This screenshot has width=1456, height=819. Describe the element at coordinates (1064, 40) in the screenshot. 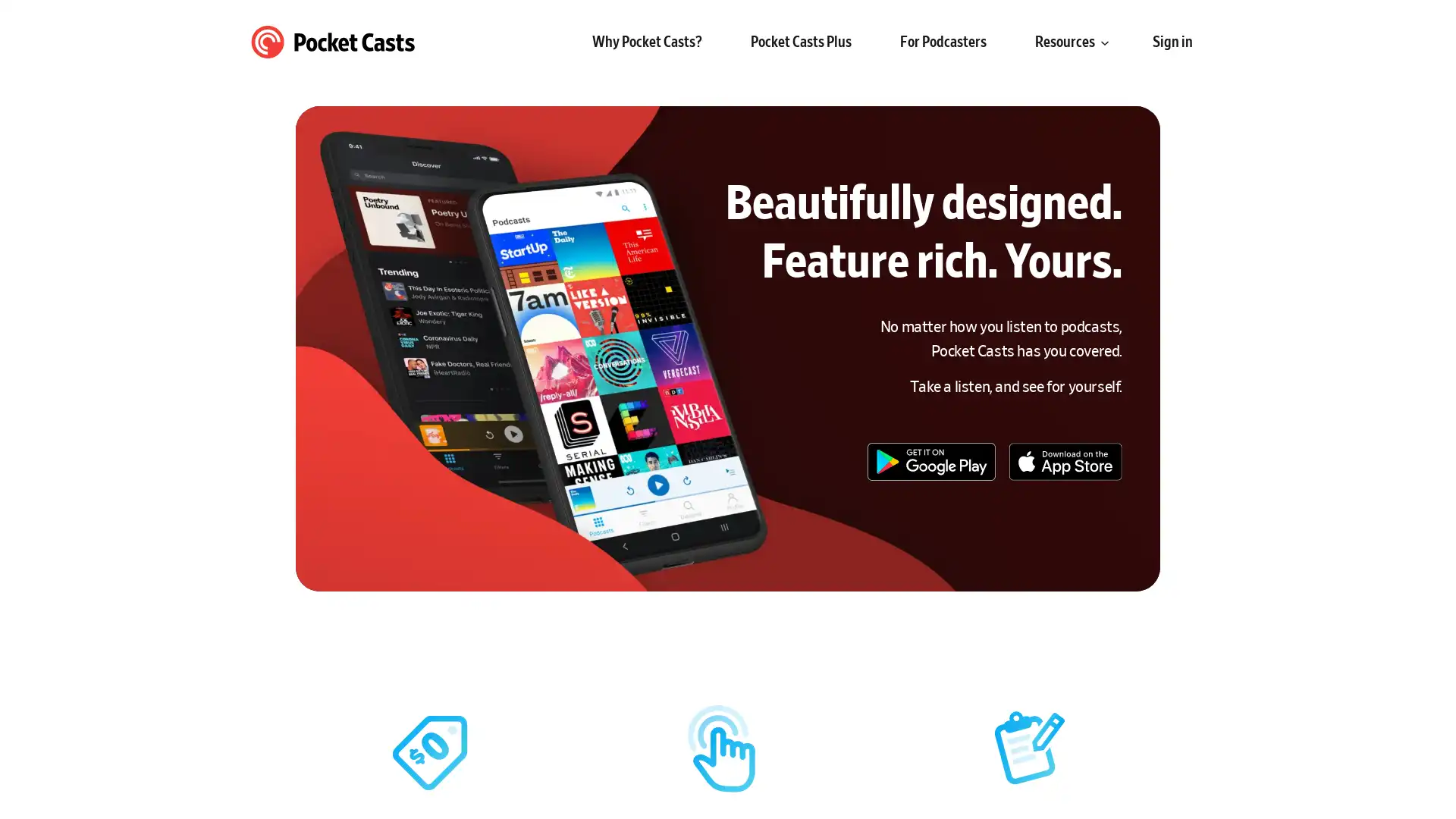

I see `Resources submenu` at that location.